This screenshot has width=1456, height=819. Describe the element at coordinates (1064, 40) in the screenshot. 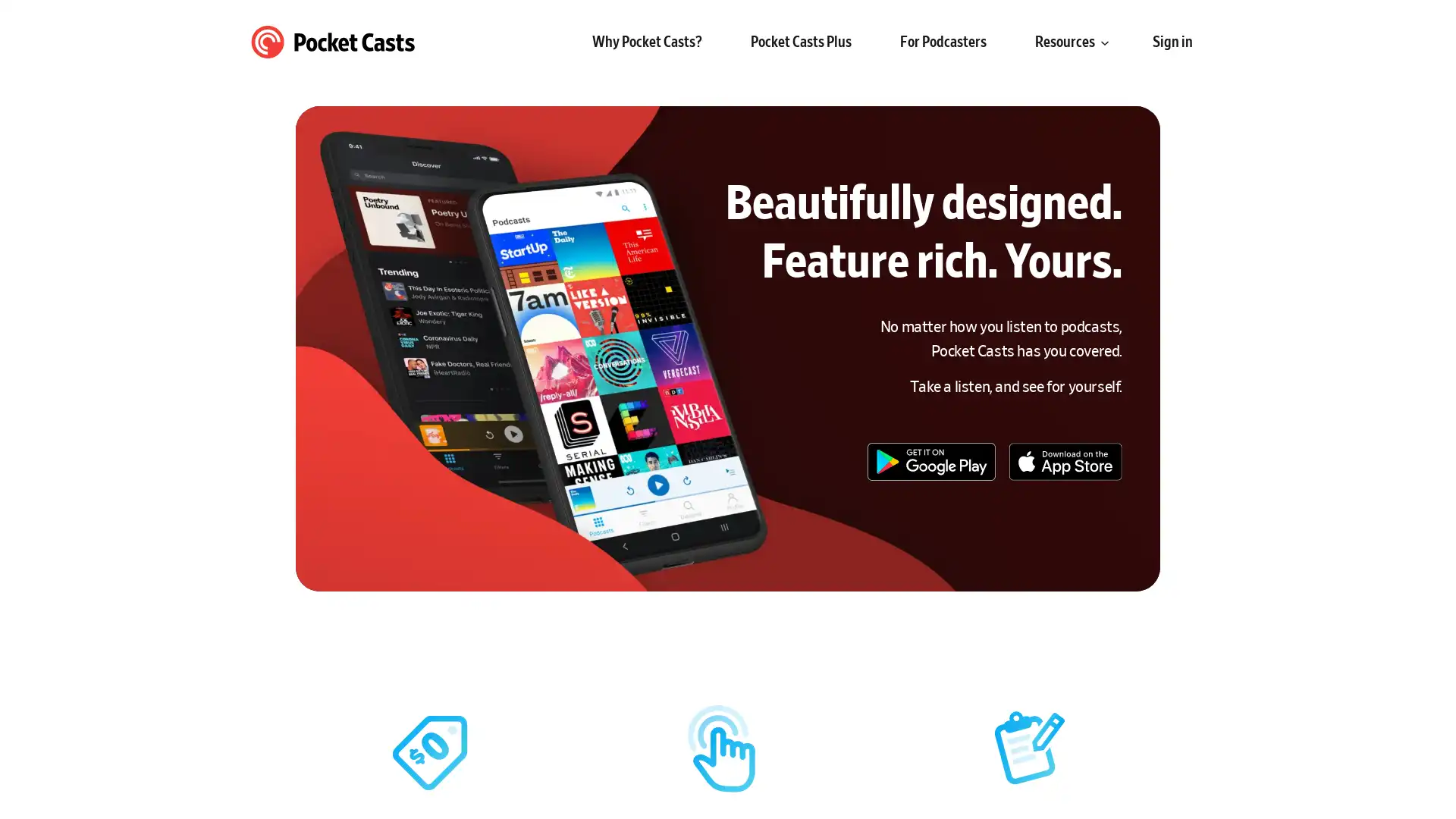

I see `Resources submenu` at that location.